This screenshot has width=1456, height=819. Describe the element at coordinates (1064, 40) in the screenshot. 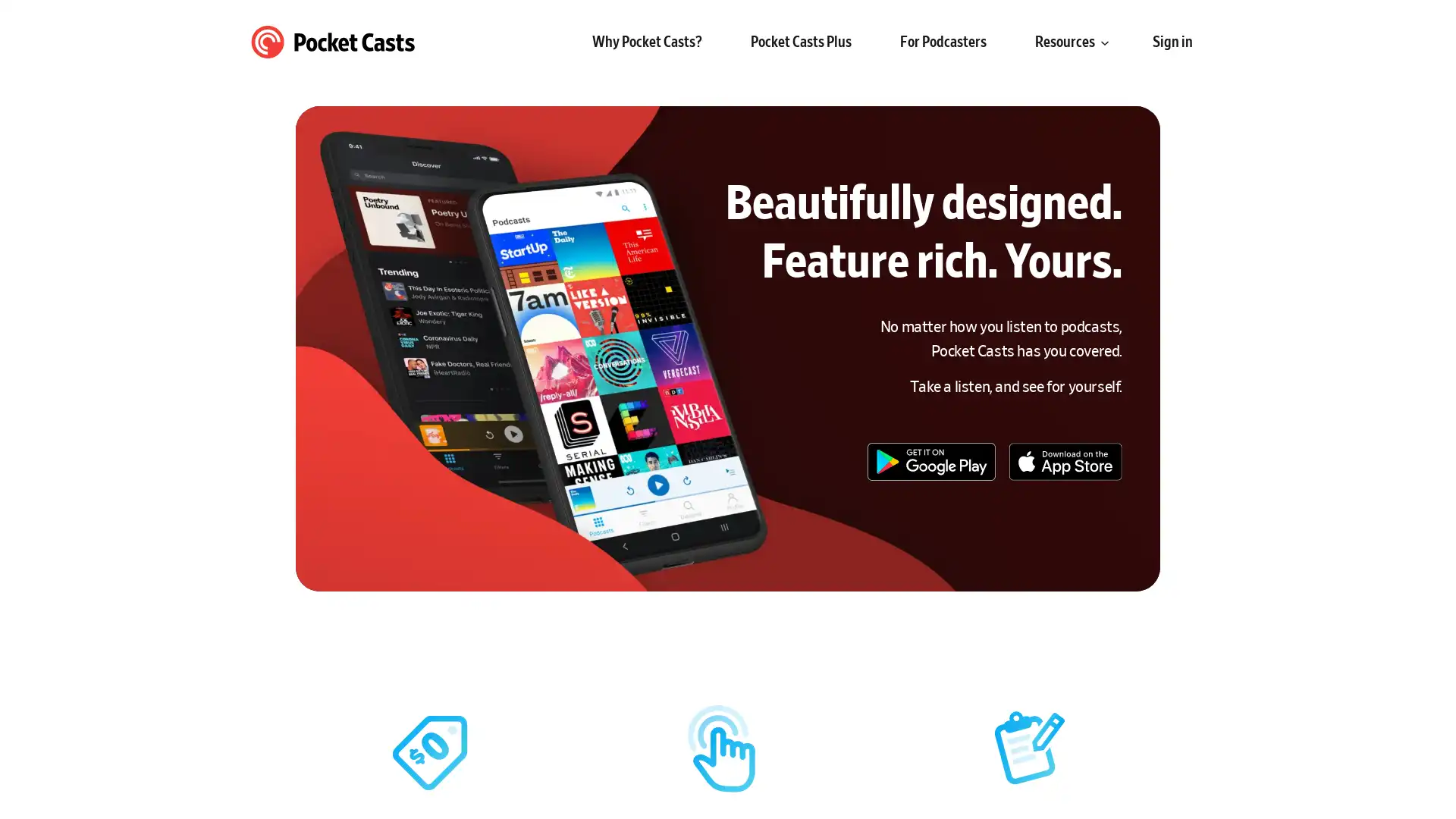

I see `Resources submenu` at that location.